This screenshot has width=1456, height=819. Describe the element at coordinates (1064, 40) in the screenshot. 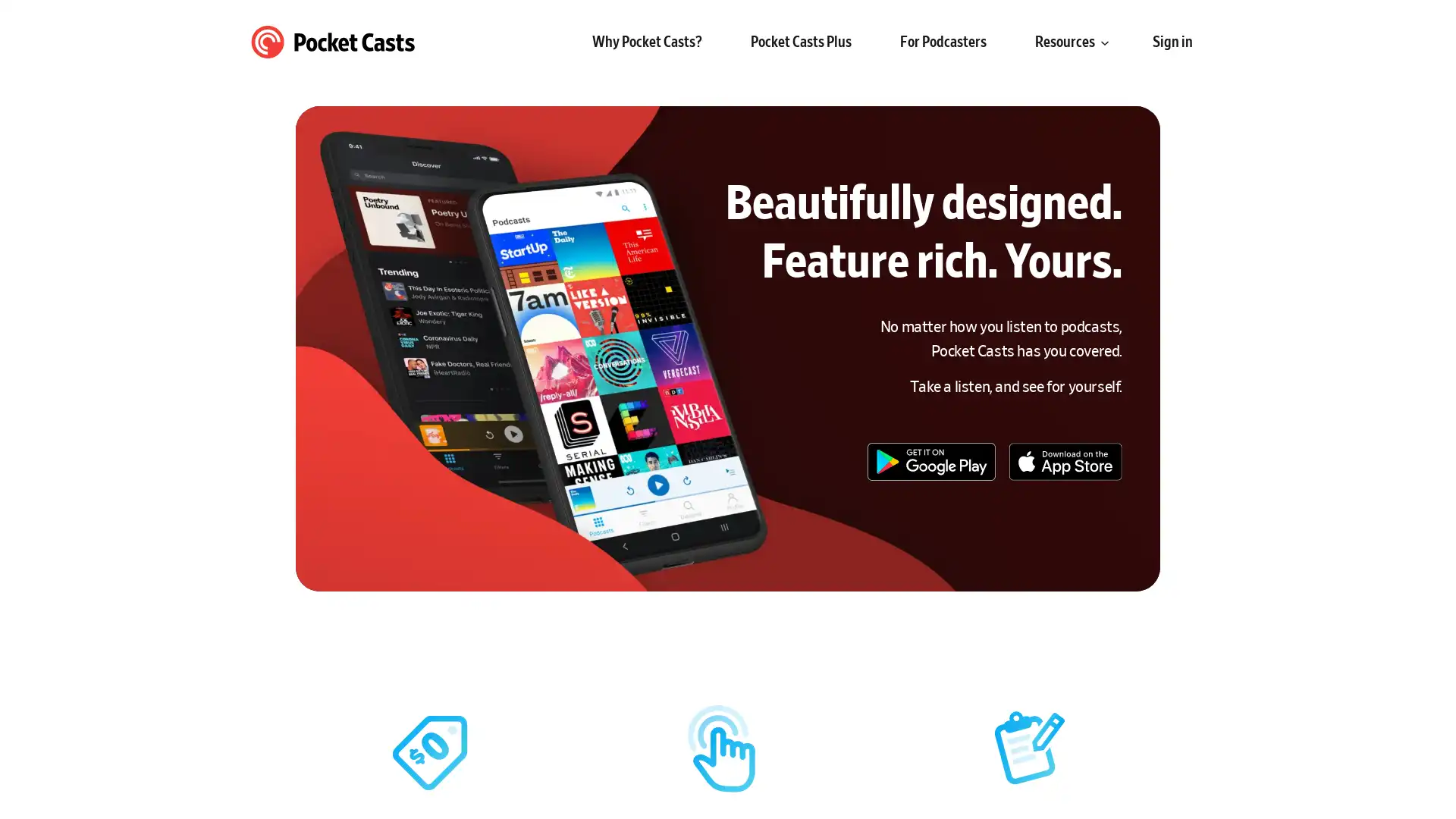

I see `Resources submenu` at that location.